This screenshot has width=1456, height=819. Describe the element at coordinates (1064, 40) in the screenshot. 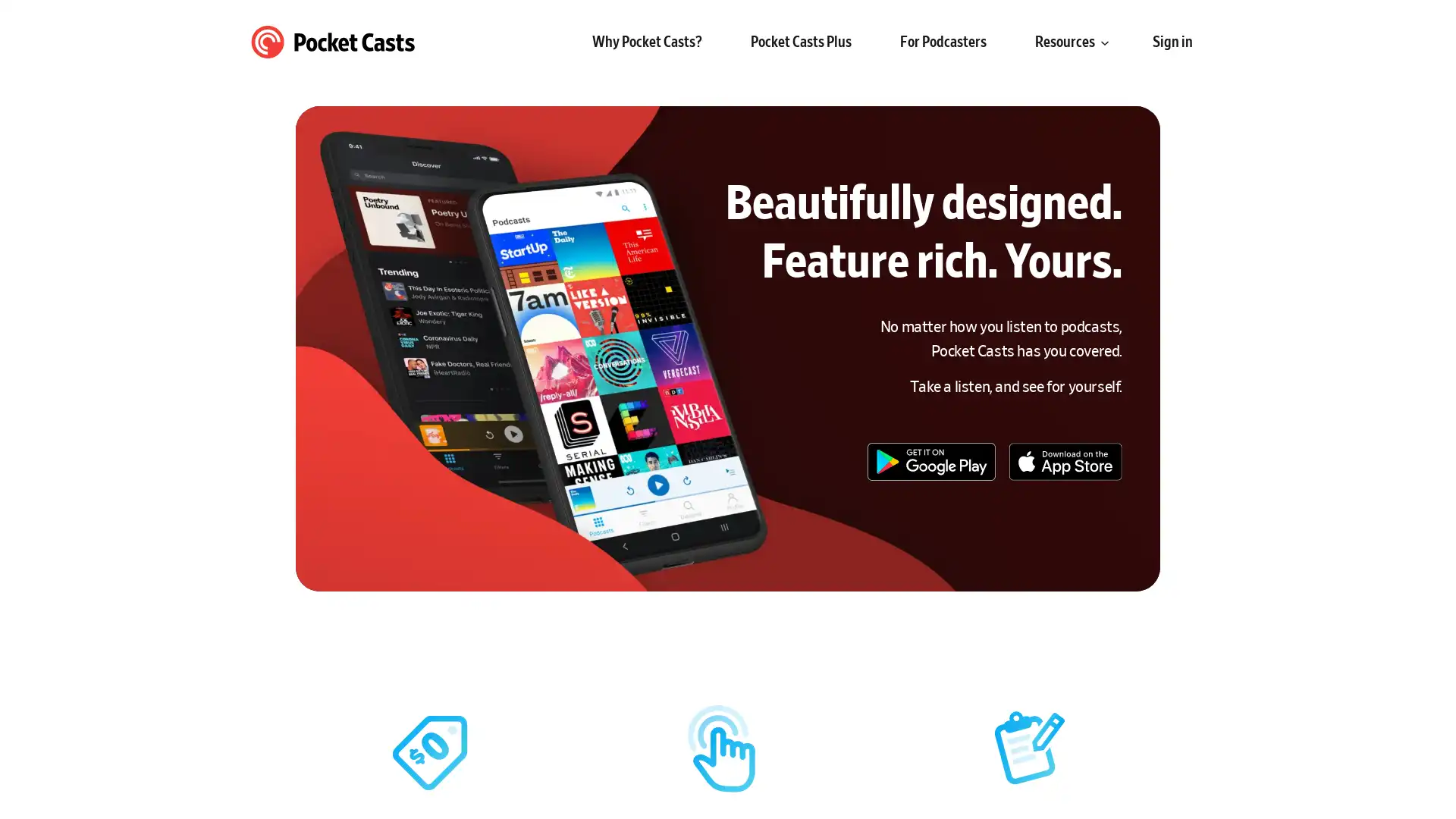

I see `Resources submenu` at that location.